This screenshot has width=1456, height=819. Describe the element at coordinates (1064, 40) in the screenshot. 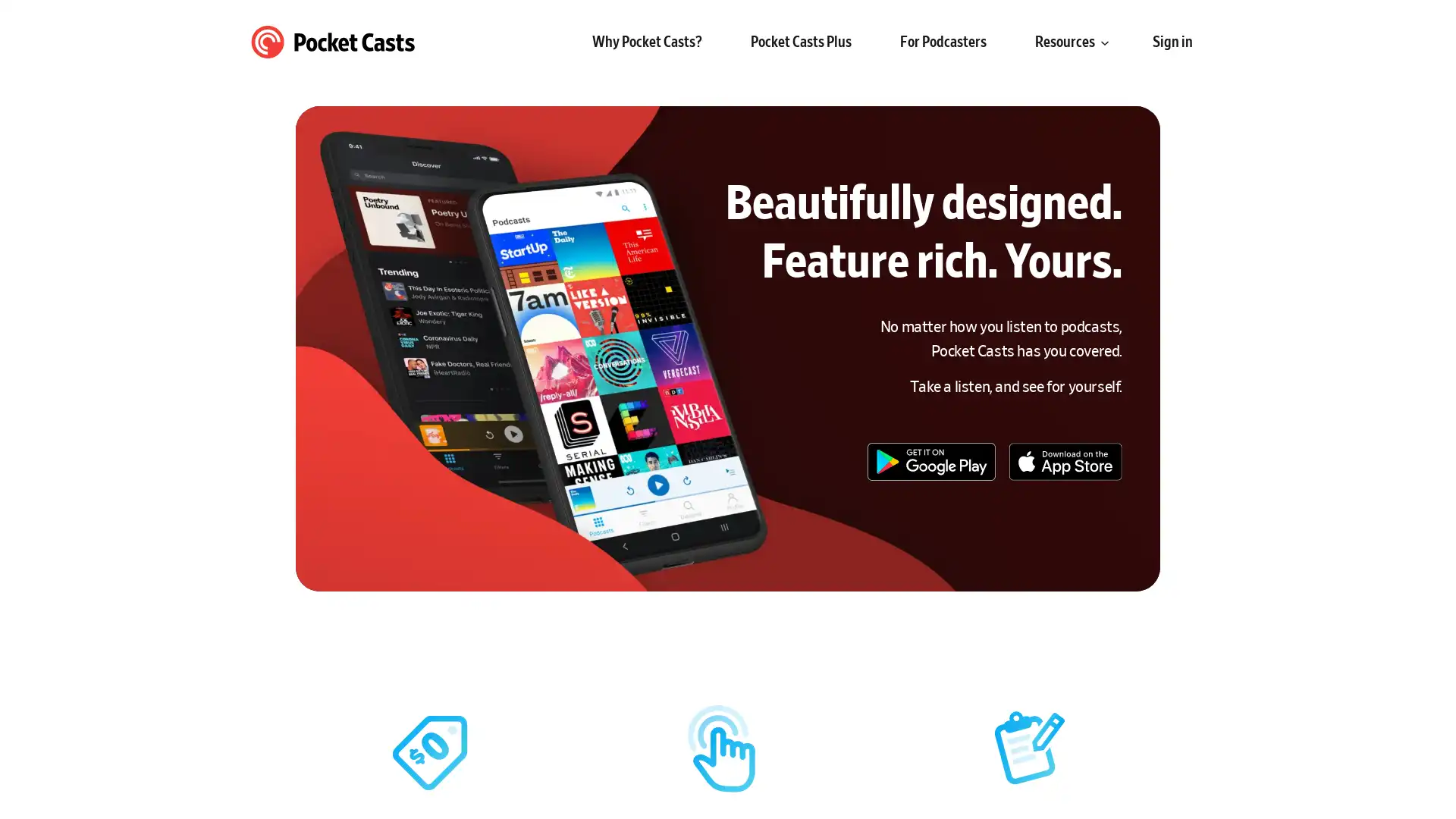

I see `Resources submenu` at that location.